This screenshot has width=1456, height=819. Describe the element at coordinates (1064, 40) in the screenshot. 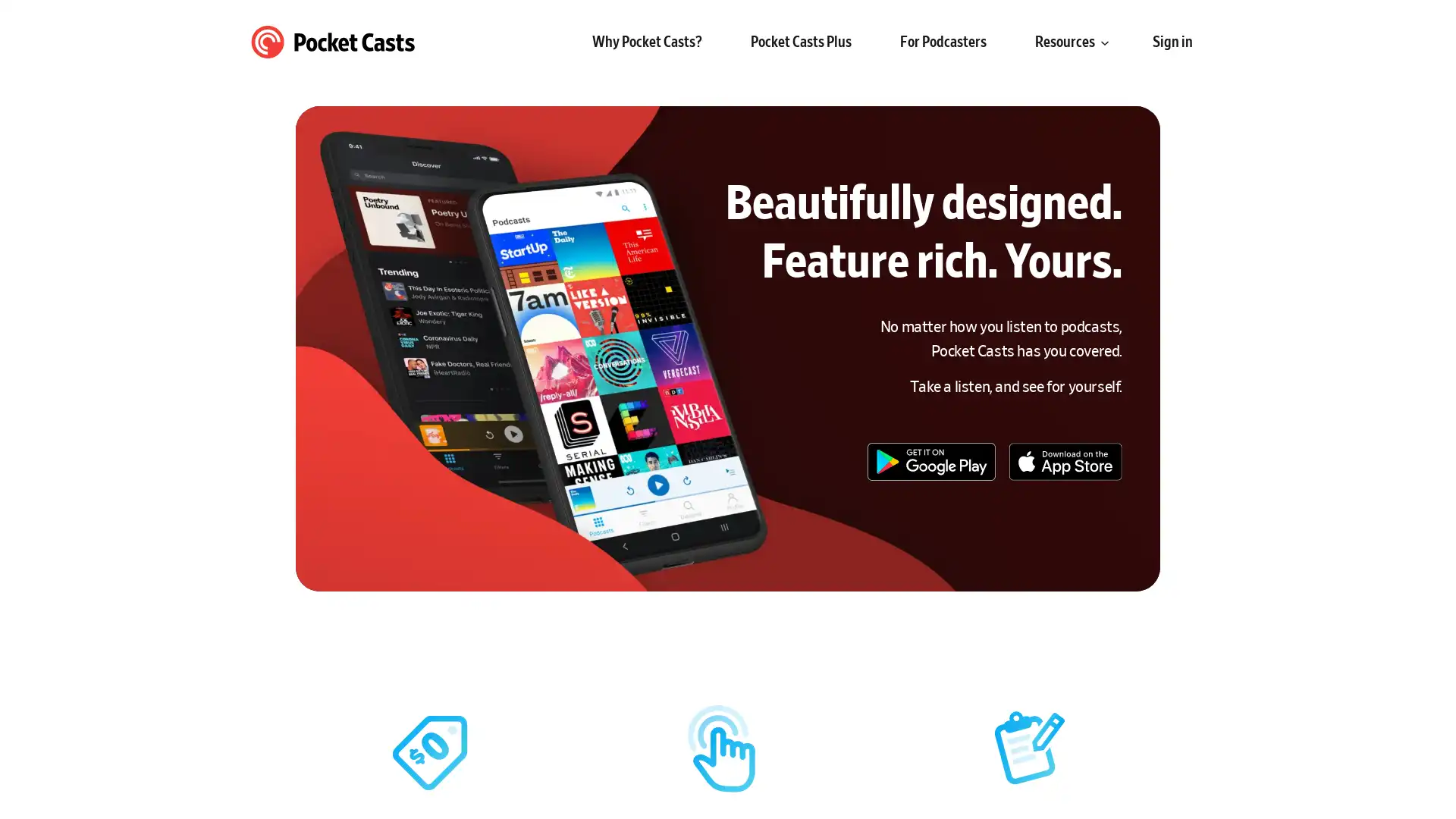

I see `Resources submenu` at that location.